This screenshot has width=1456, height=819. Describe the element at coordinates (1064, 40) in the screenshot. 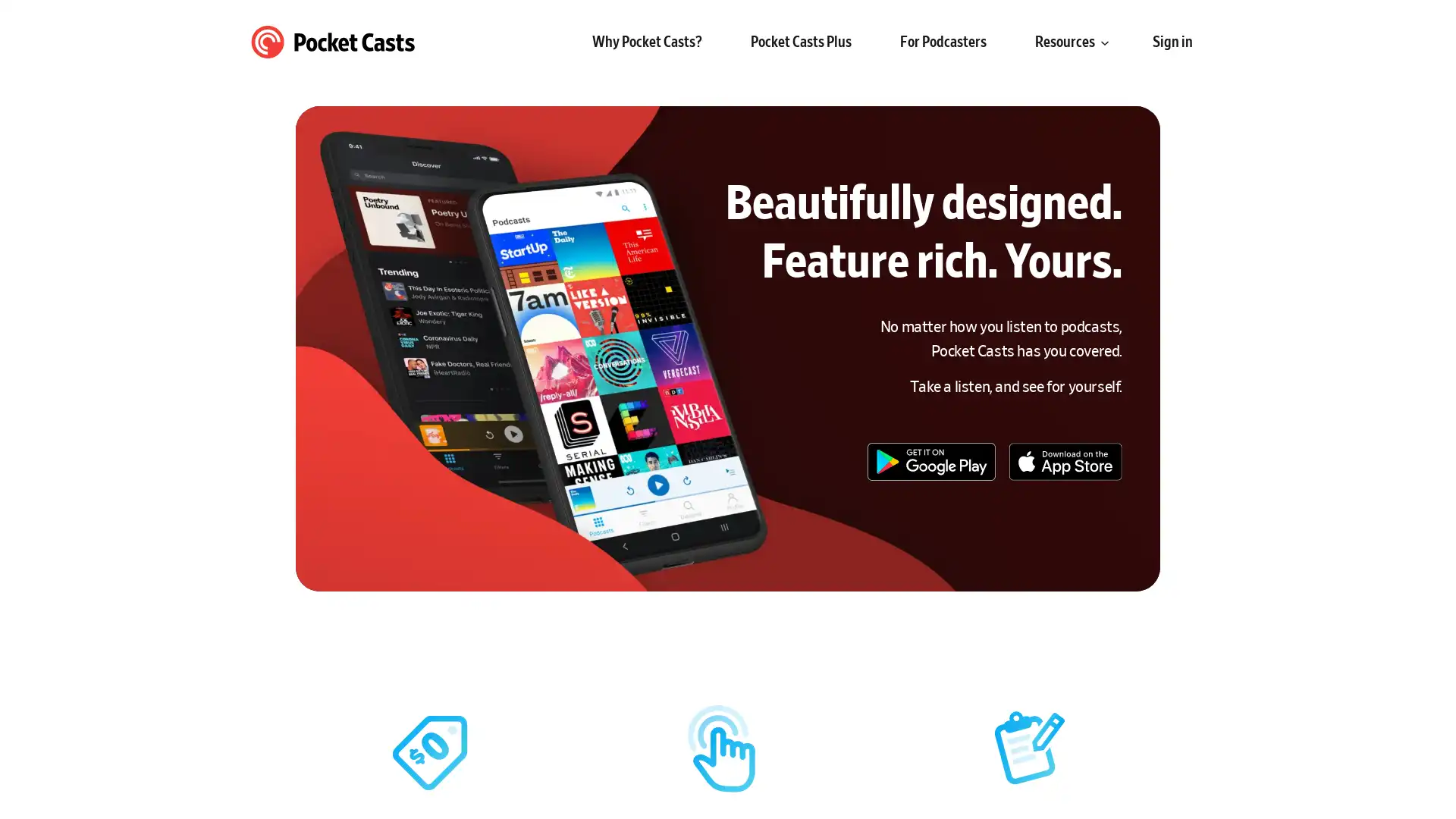

I see `Resources submenu` at that location.